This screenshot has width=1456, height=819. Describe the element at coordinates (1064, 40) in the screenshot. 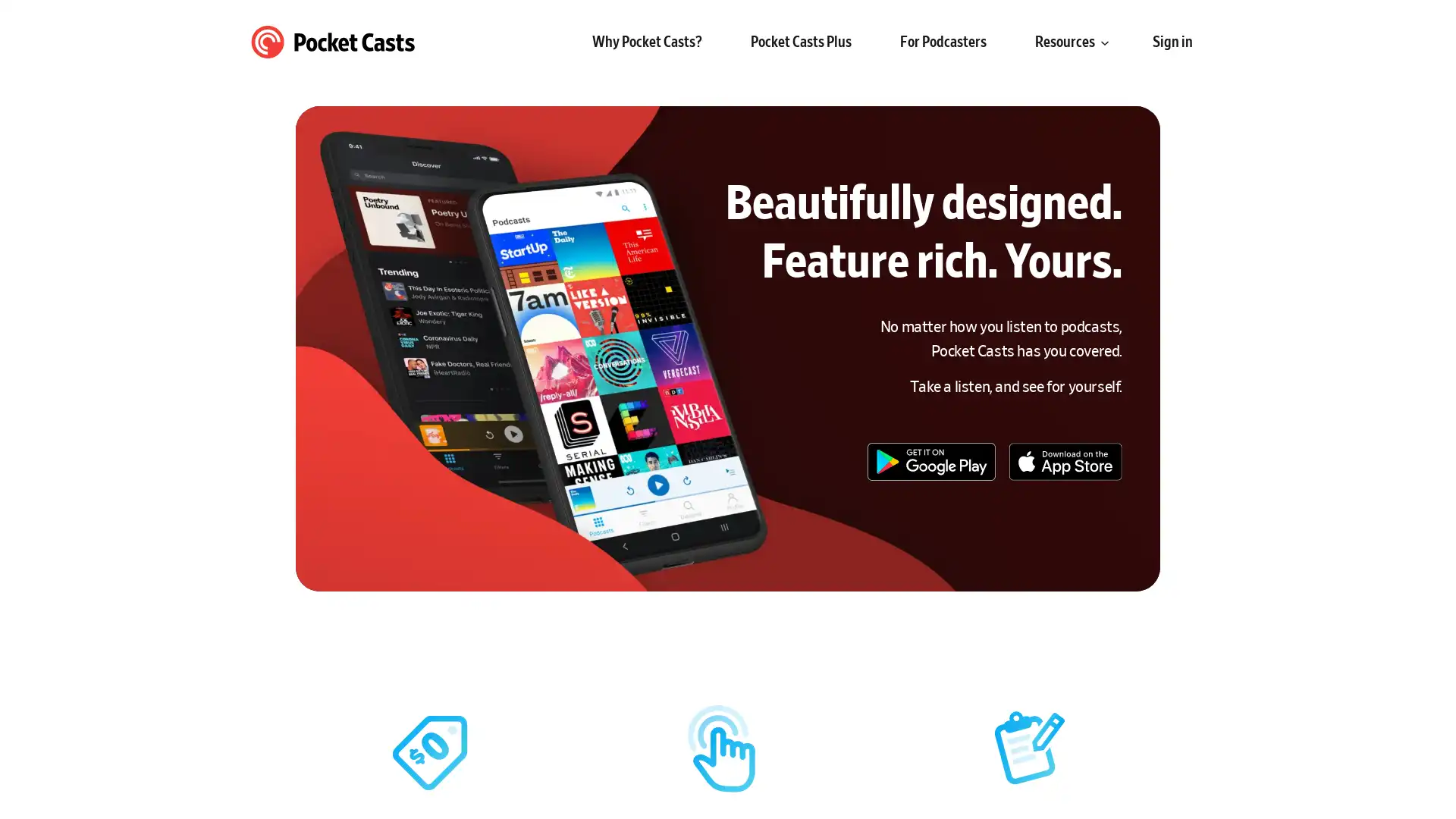

I see `Resources submenu` at that location.